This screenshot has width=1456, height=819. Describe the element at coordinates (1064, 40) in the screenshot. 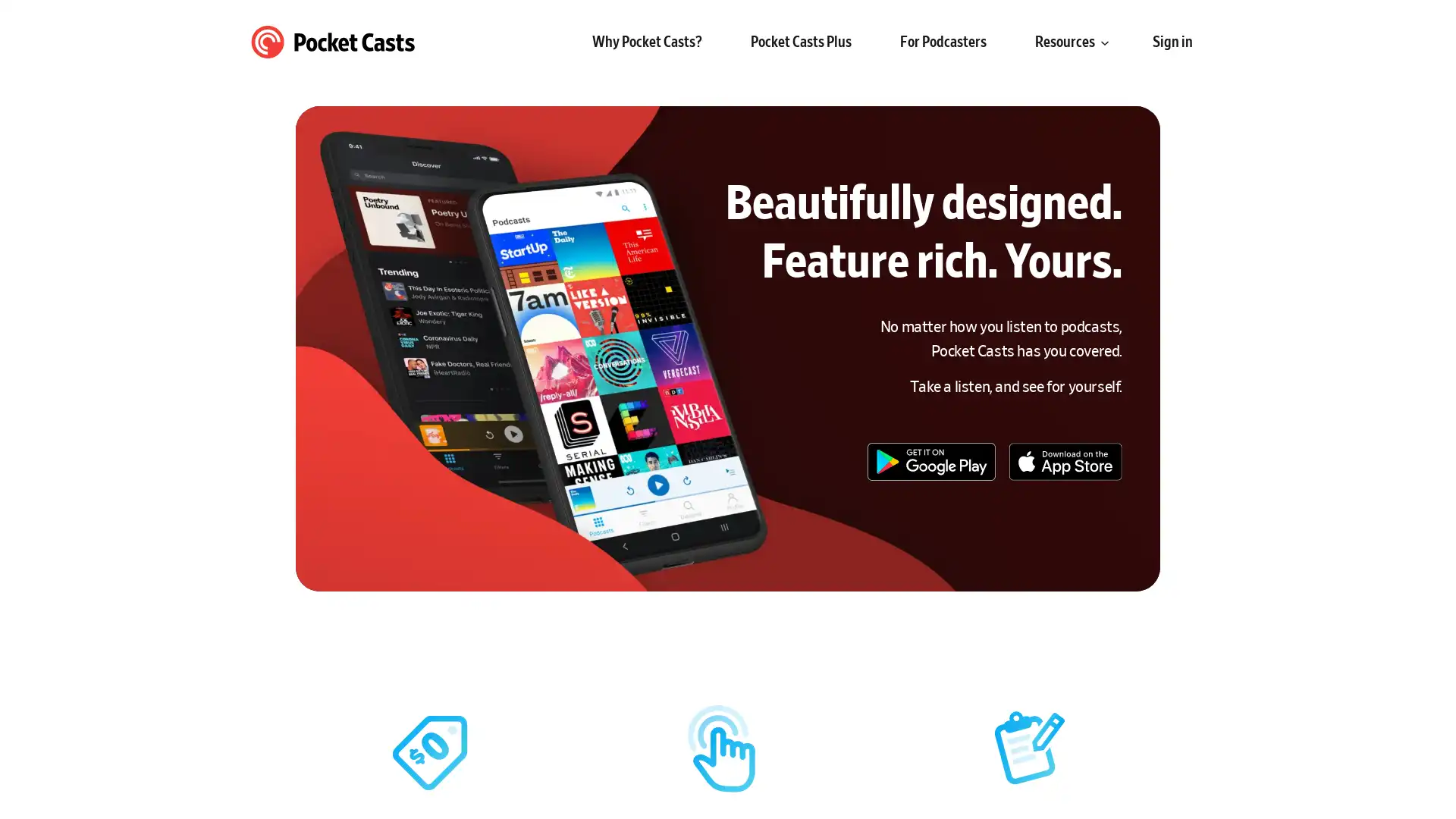

I see `Resources submenu` at that location.